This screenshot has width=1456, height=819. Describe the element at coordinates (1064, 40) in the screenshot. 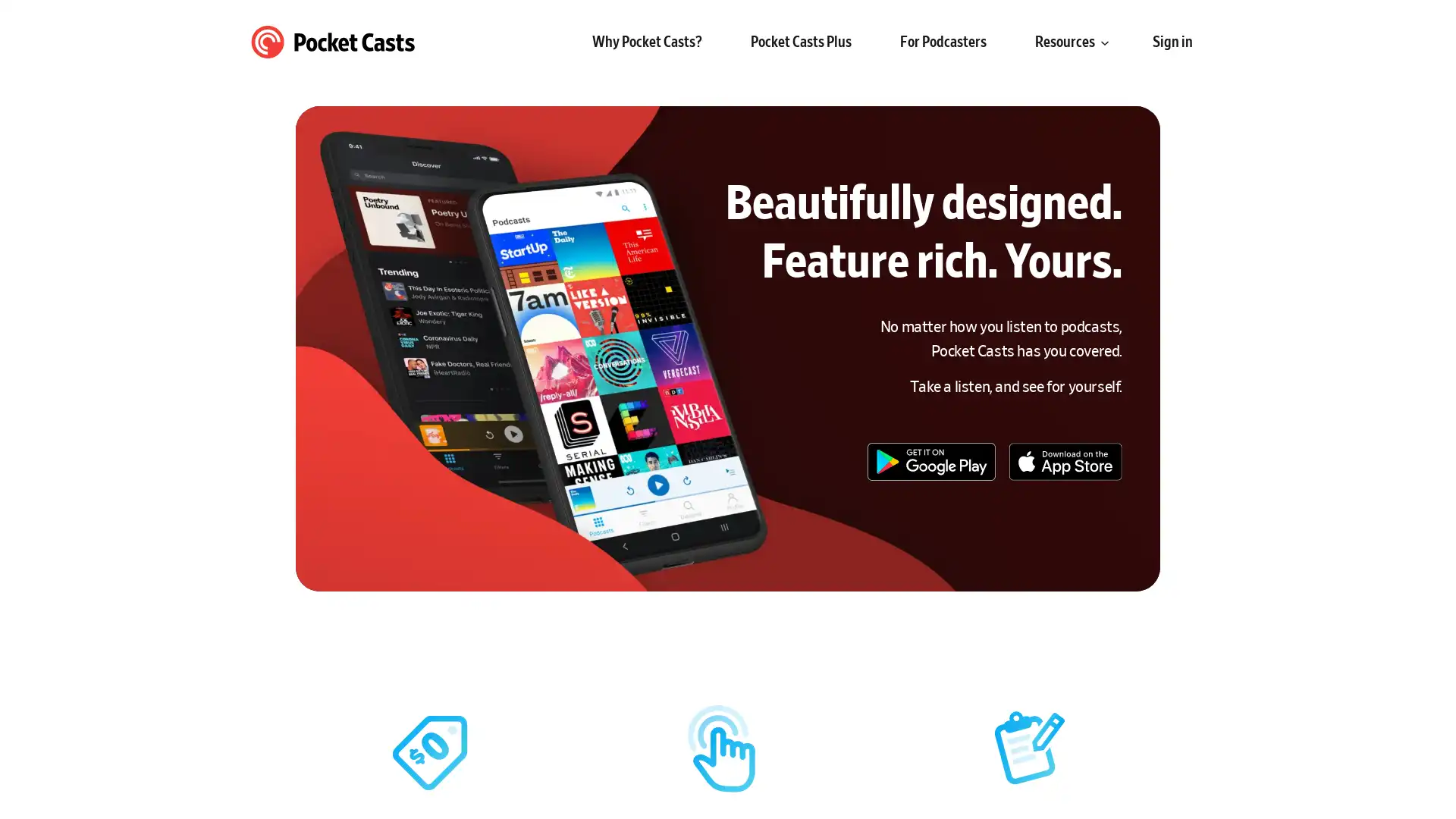

I see `Resources submenu` at that location.